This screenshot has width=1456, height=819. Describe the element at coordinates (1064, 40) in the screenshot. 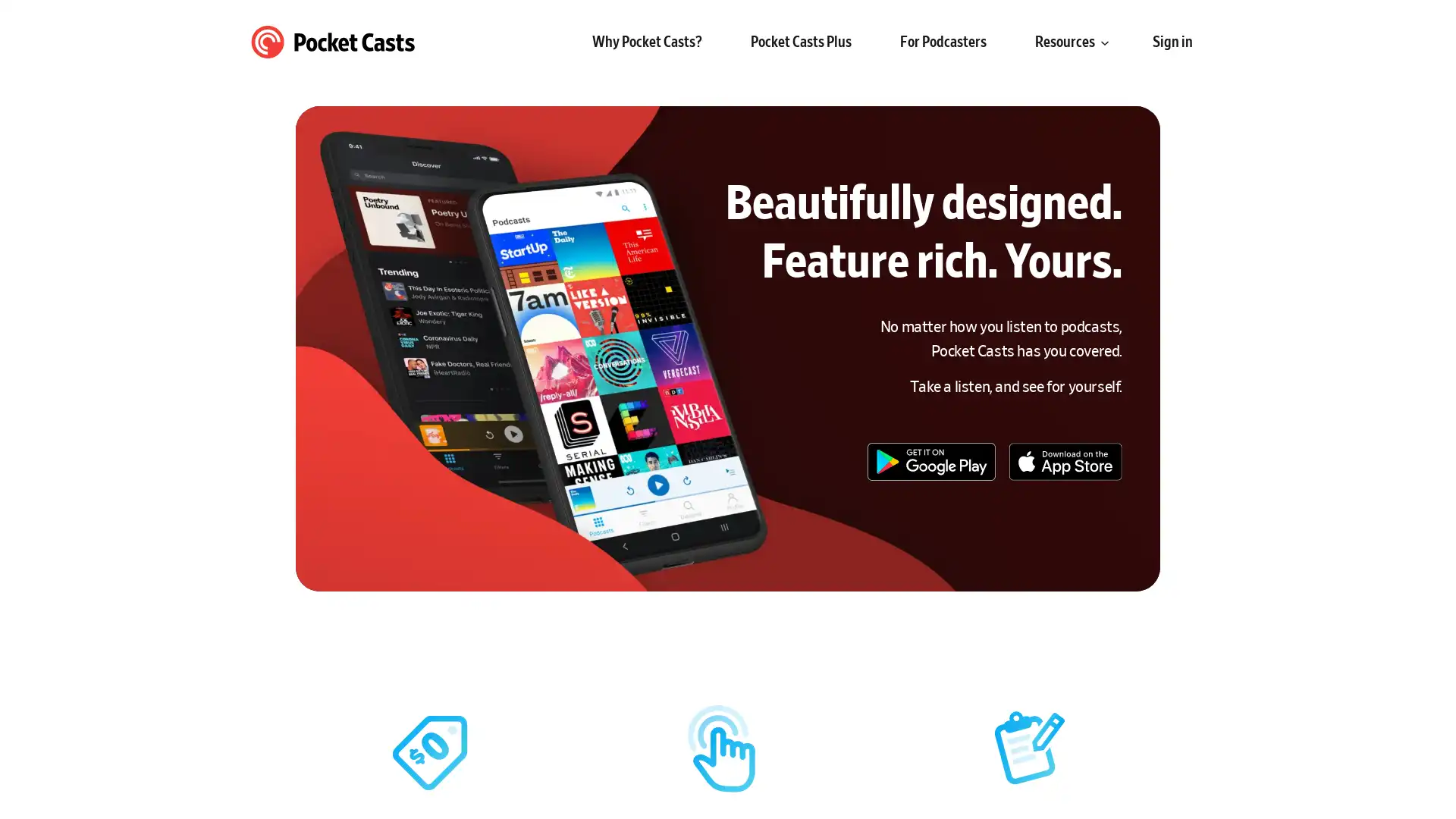

I see `Resources submenu` at that location.